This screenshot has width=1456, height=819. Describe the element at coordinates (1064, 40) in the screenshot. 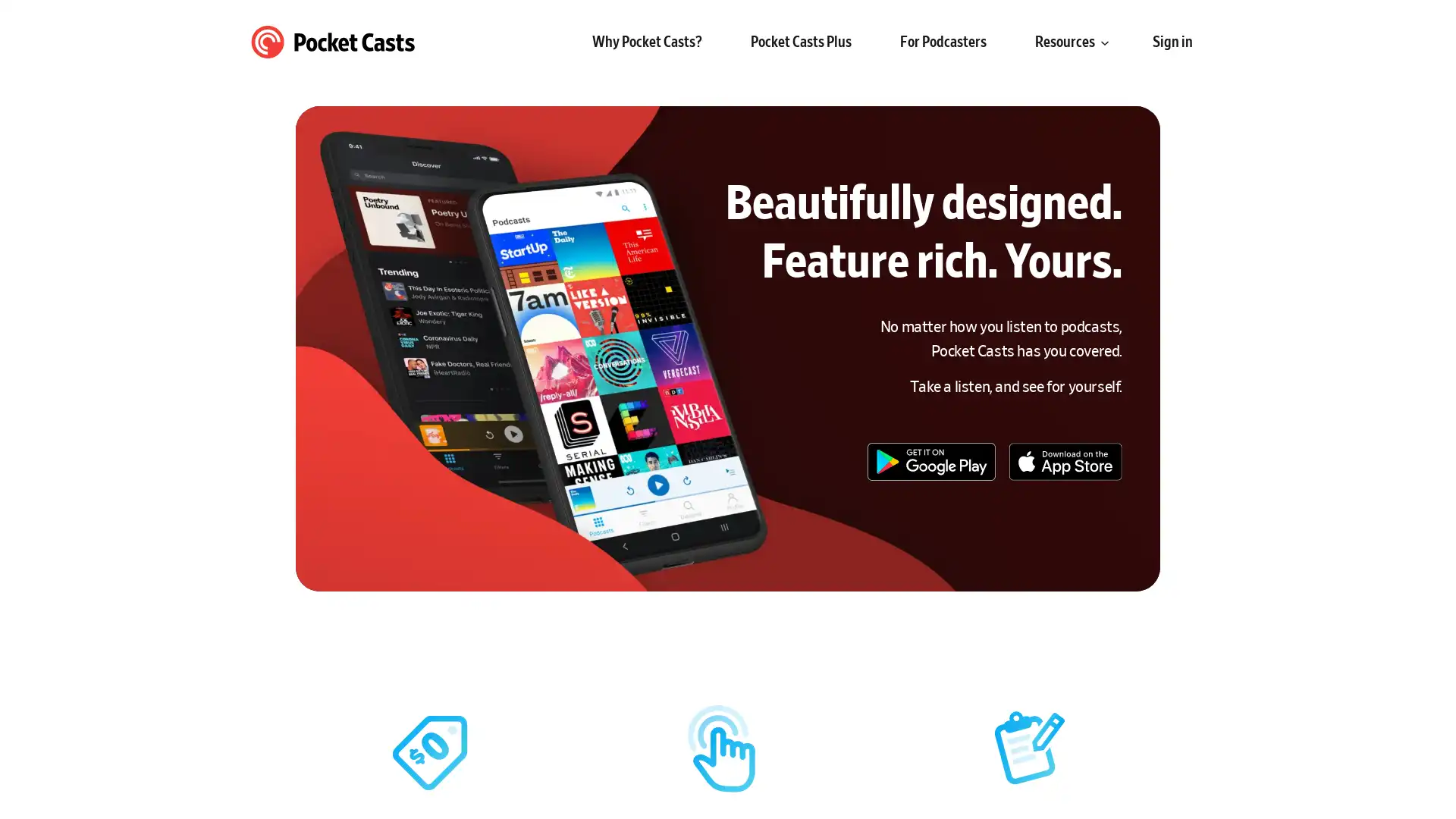

I see `Resources submenu` at that location.